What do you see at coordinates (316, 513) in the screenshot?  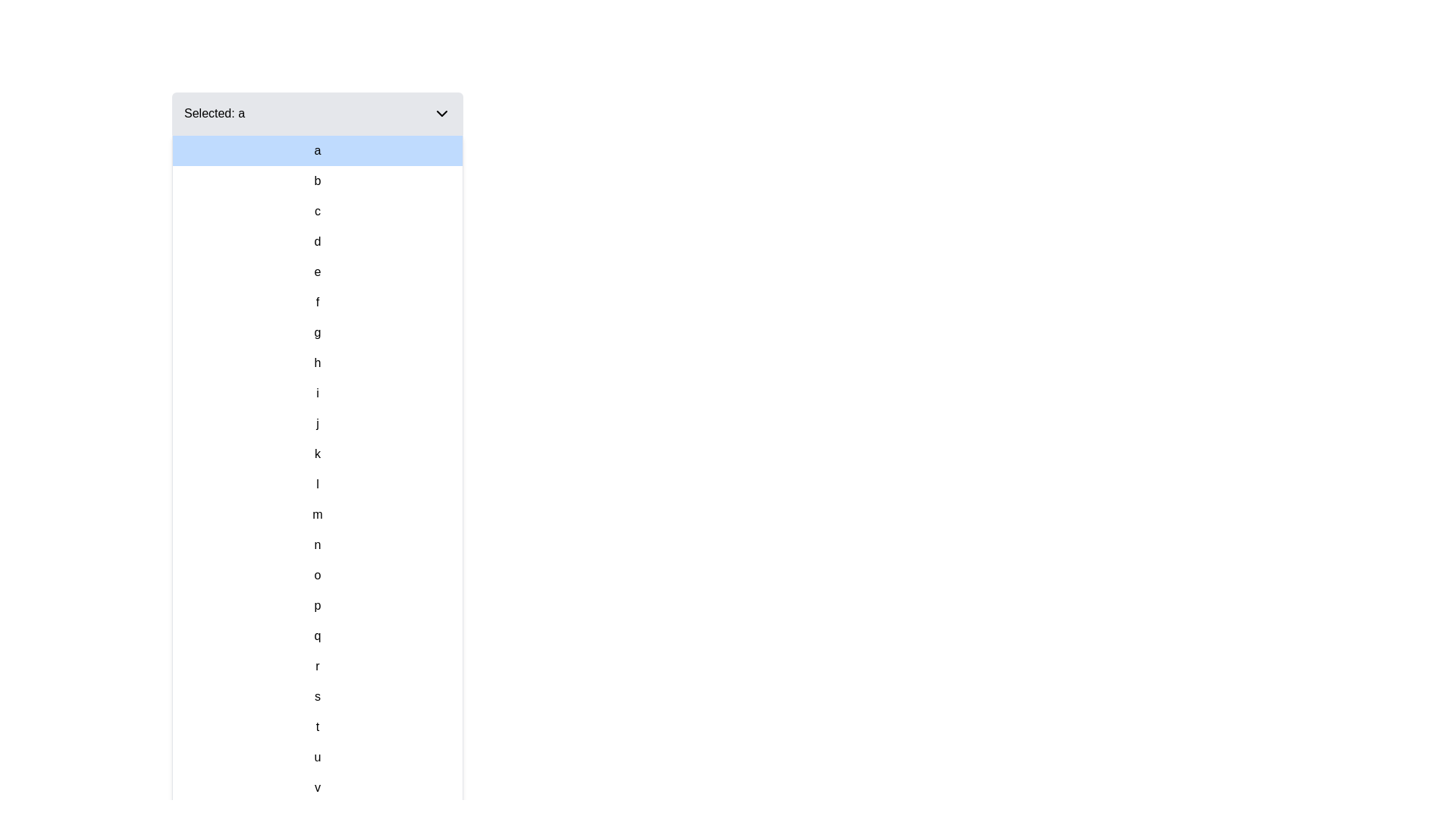 I see `the text item representing the letter 'm' in a vertically scrollable list of letters, which is the 13th letter, located between 'l' and 'n'` at bounding box center [316, 513].